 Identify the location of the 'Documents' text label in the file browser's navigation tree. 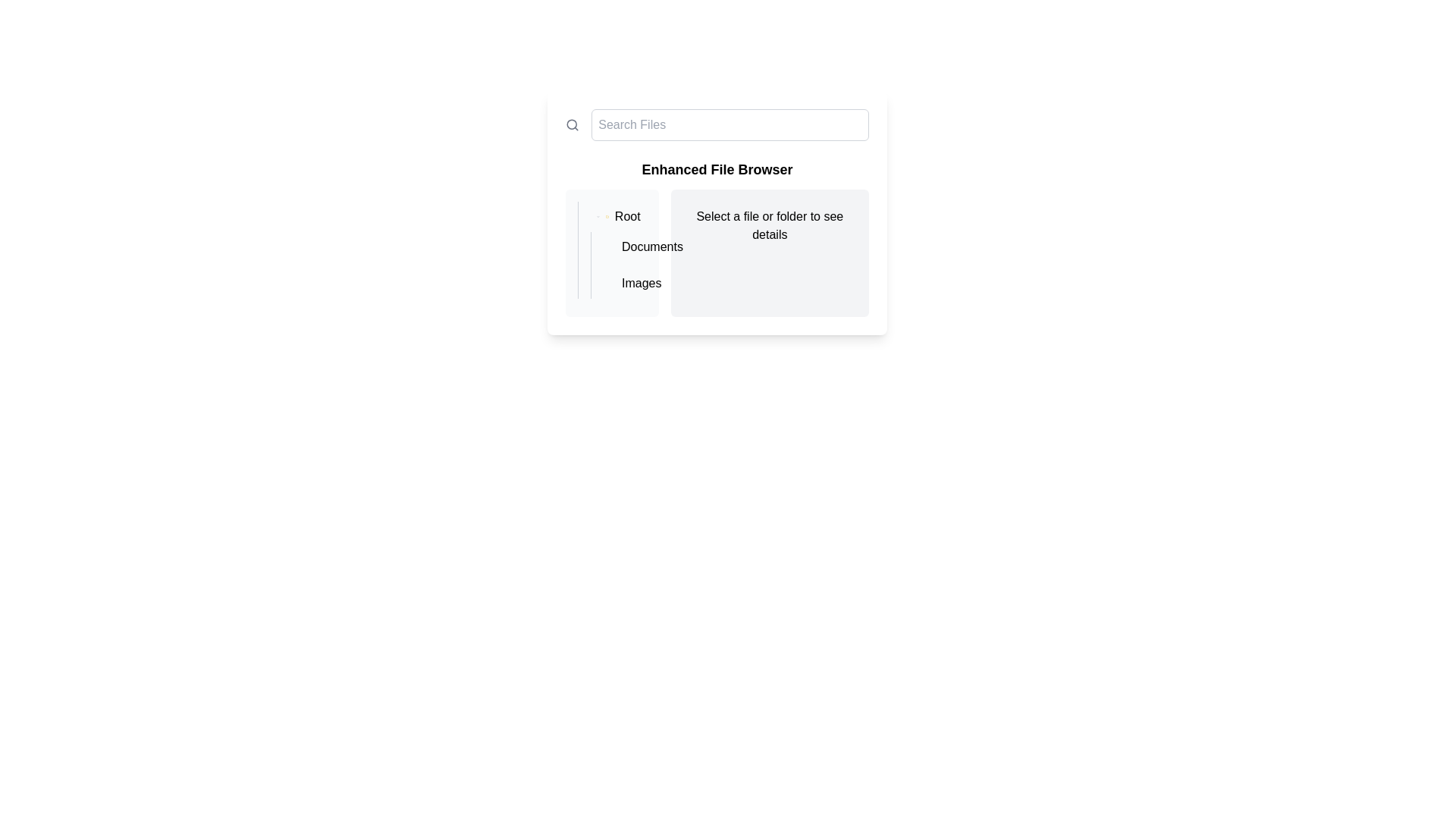
(652, 246).